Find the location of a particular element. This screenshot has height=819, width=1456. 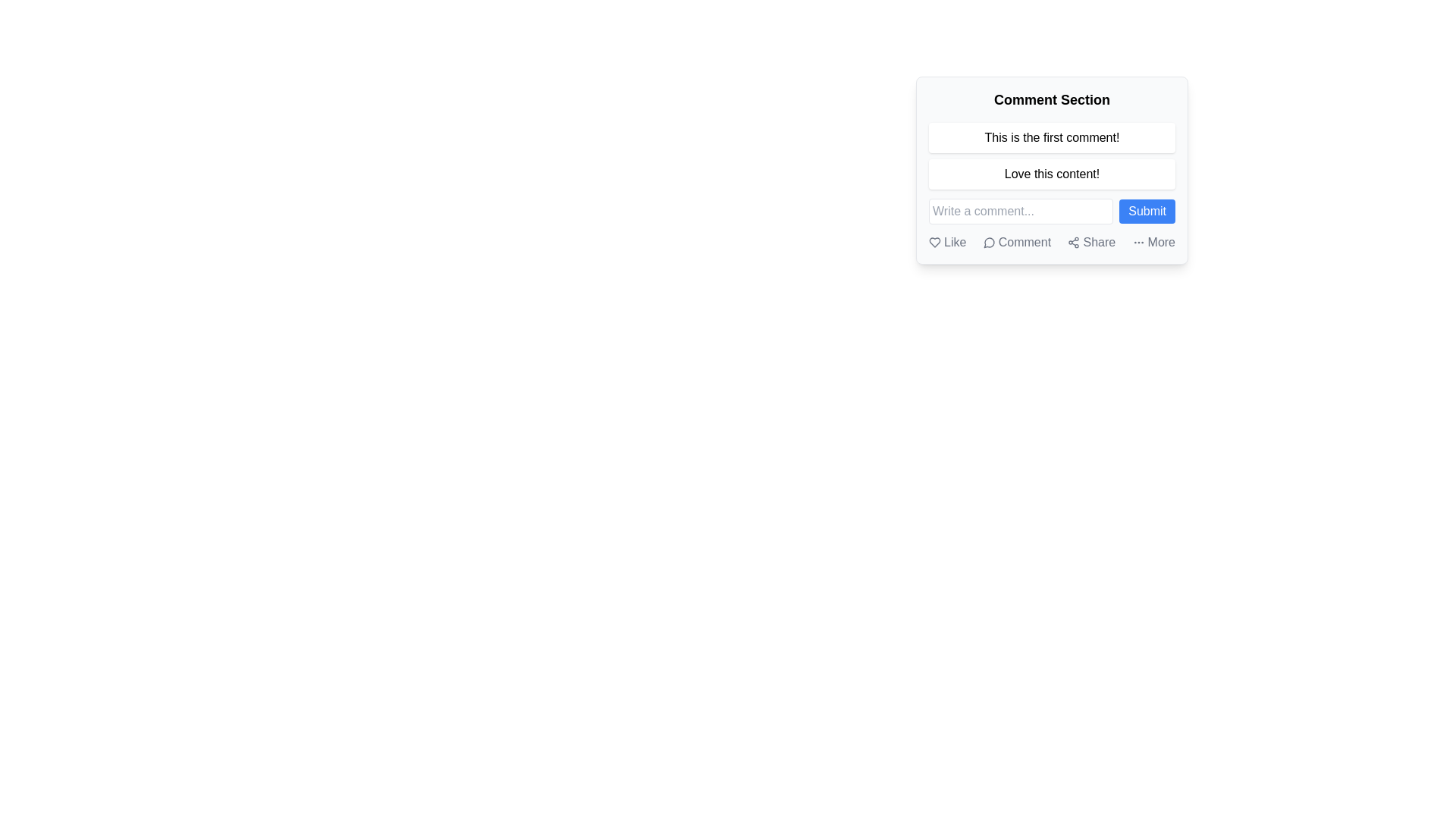

the Icon Button represented by three horizontally aligned small dots located in the 'More' button area is located at coordinates (1138, 242).